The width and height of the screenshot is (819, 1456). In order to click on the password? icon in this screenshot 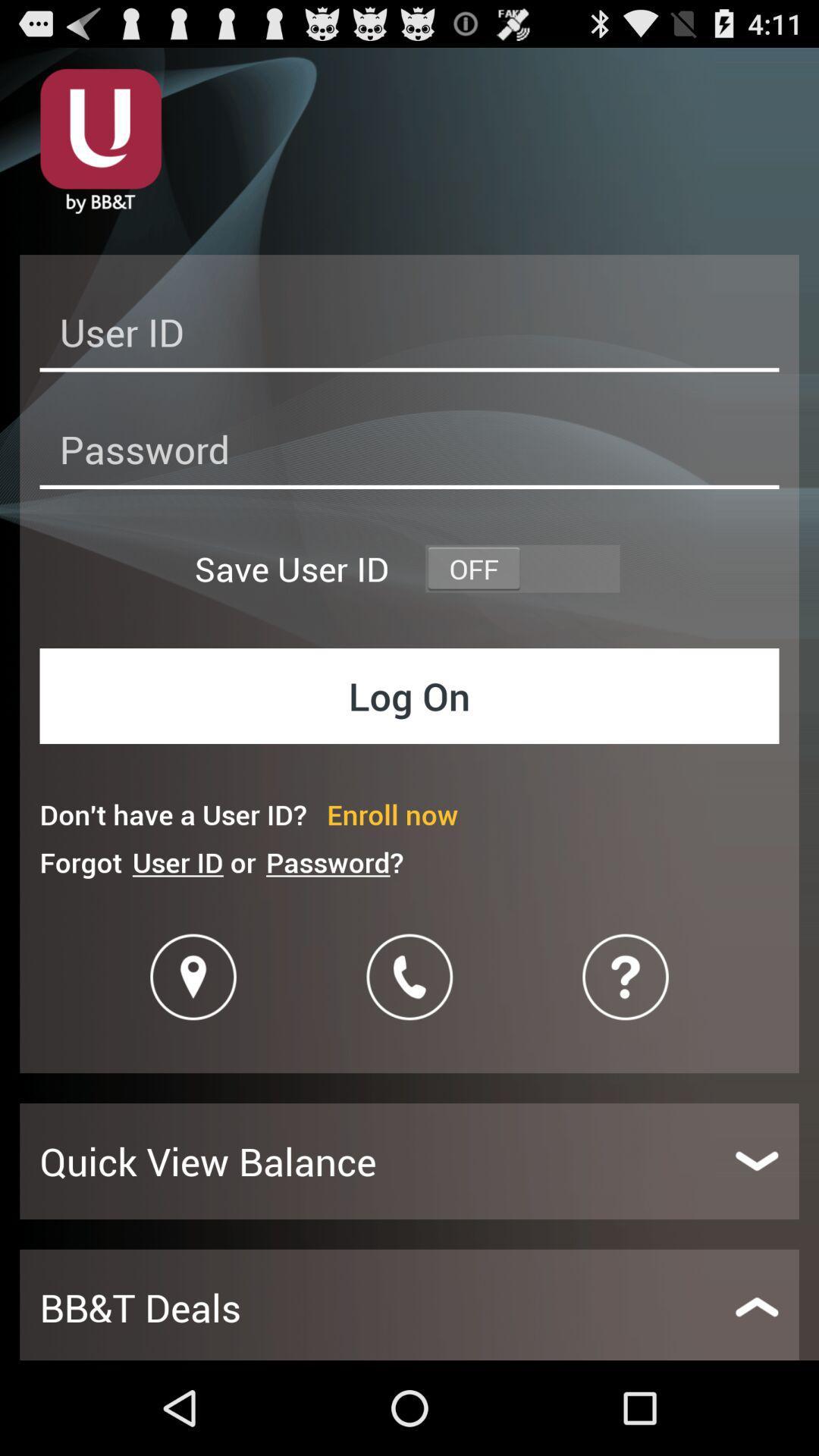, I will do `click(334, 862)`.